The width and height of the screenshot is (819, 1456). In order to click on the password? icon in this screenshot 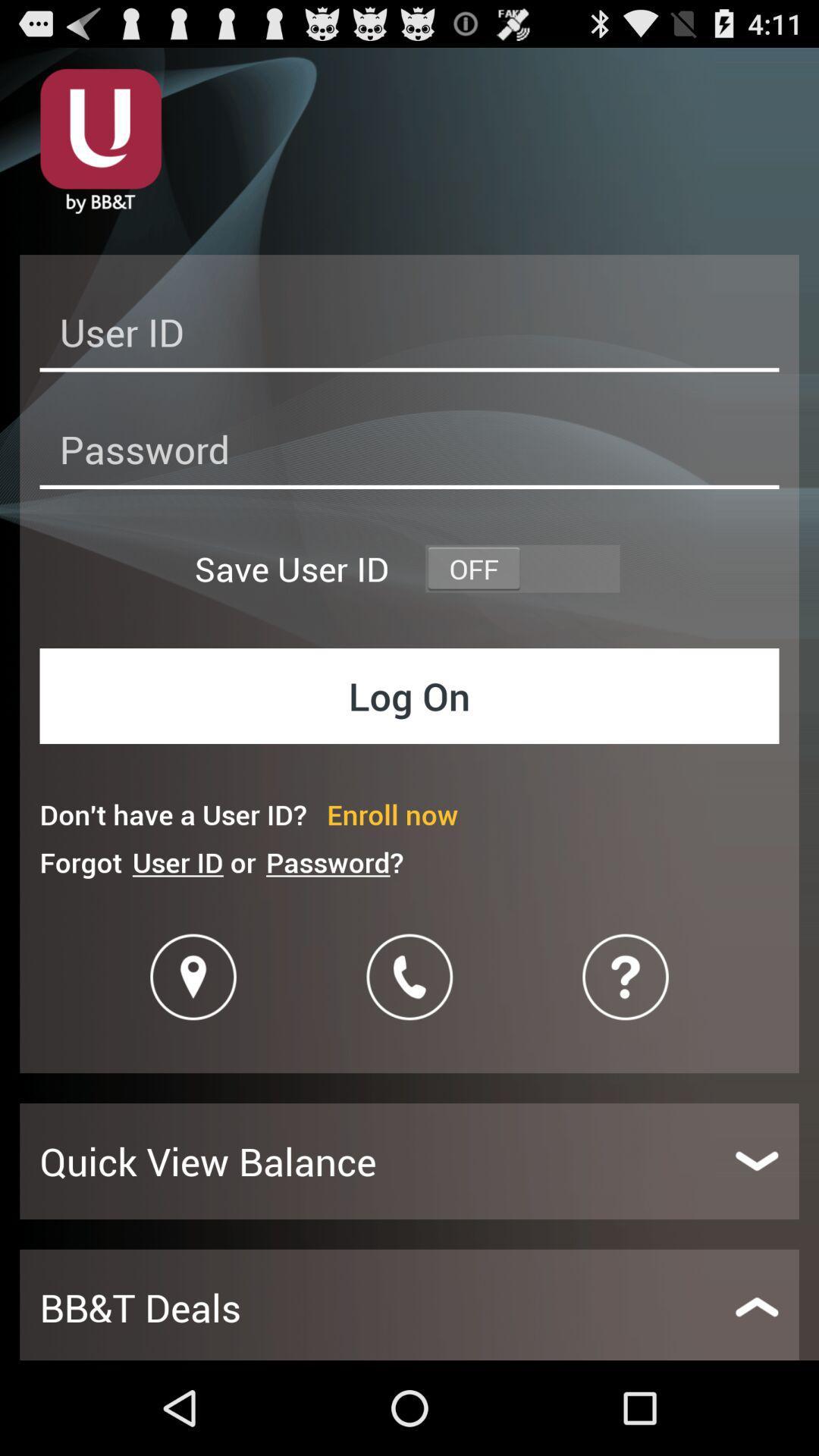, I will do `click(334, 862)`.